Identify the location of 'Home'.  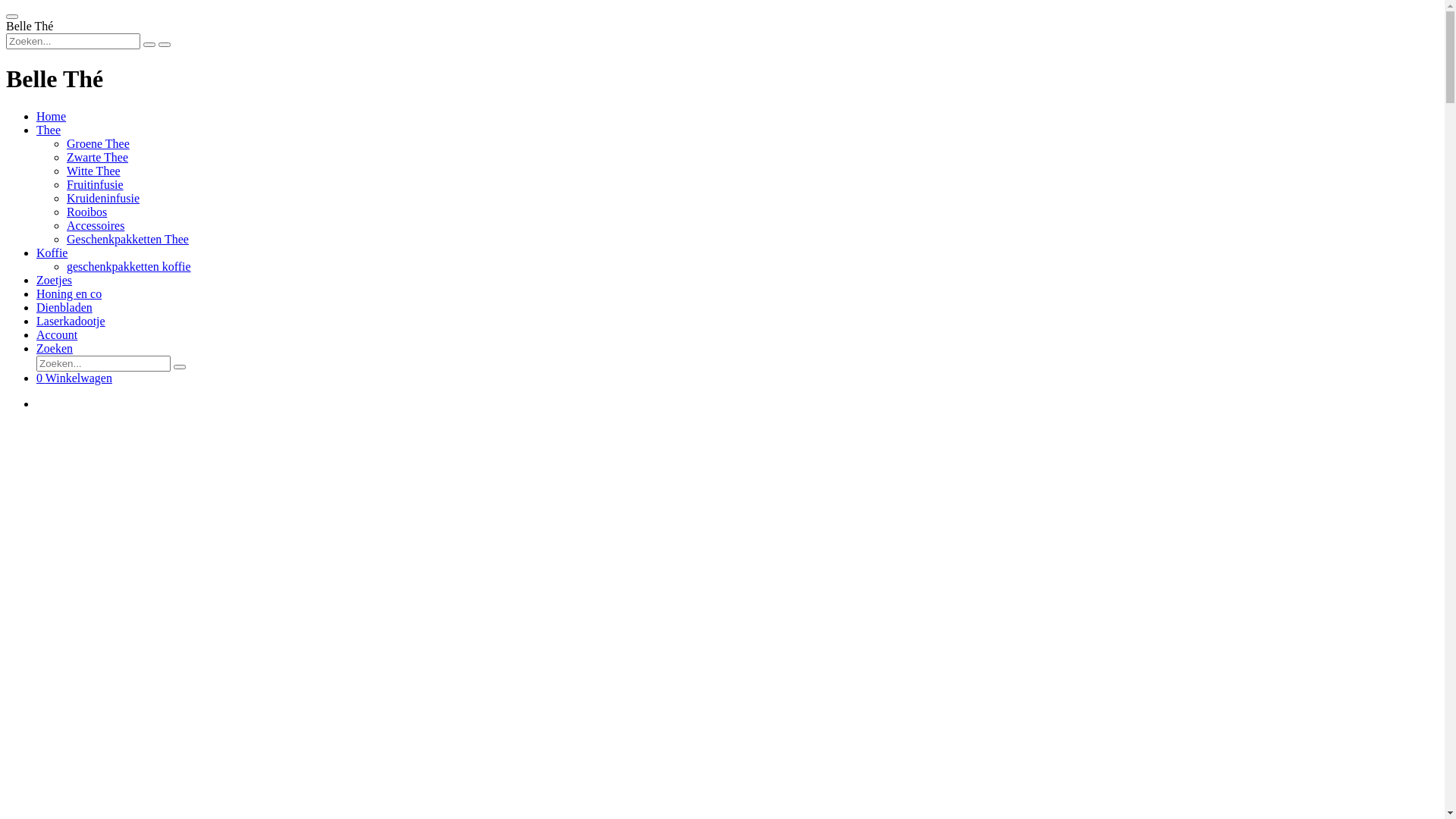
(51, 115).